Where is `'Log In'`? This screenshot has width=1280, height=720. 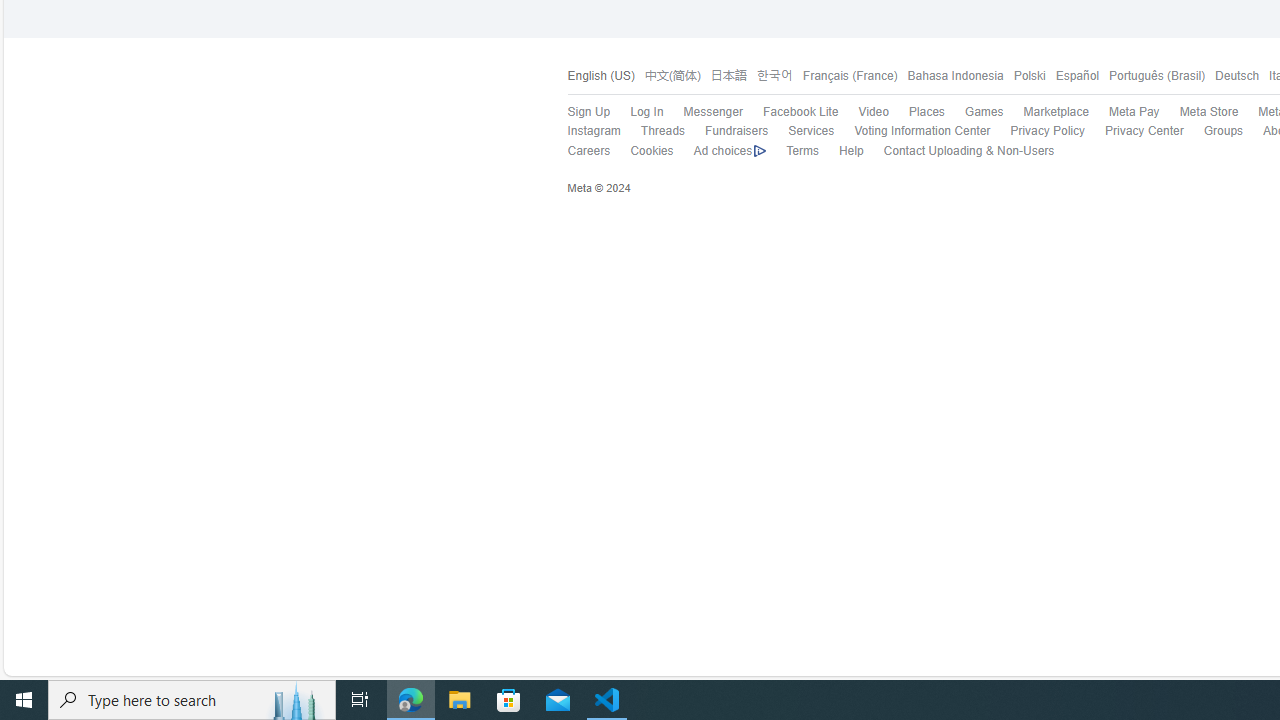
'Log In' is located at coordinates (647, 112).